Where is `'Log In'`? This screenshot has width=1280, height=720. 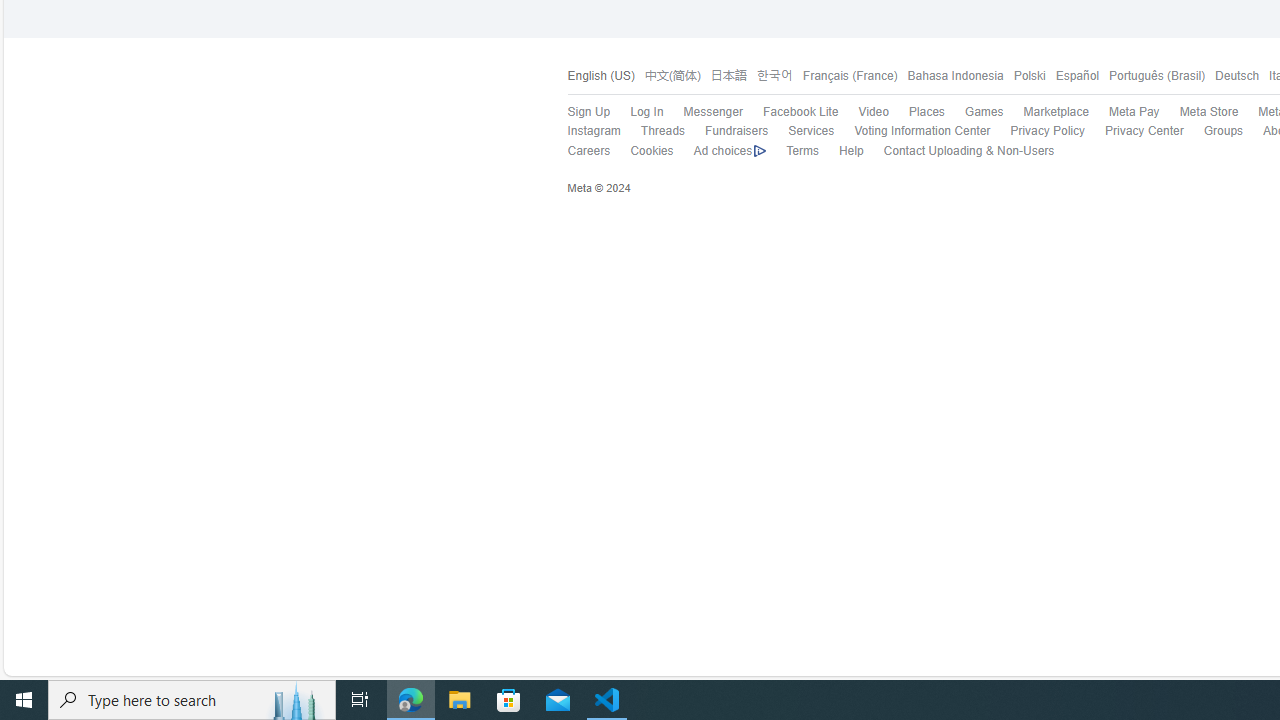
'Log In' is located at coordinates (647, 112).